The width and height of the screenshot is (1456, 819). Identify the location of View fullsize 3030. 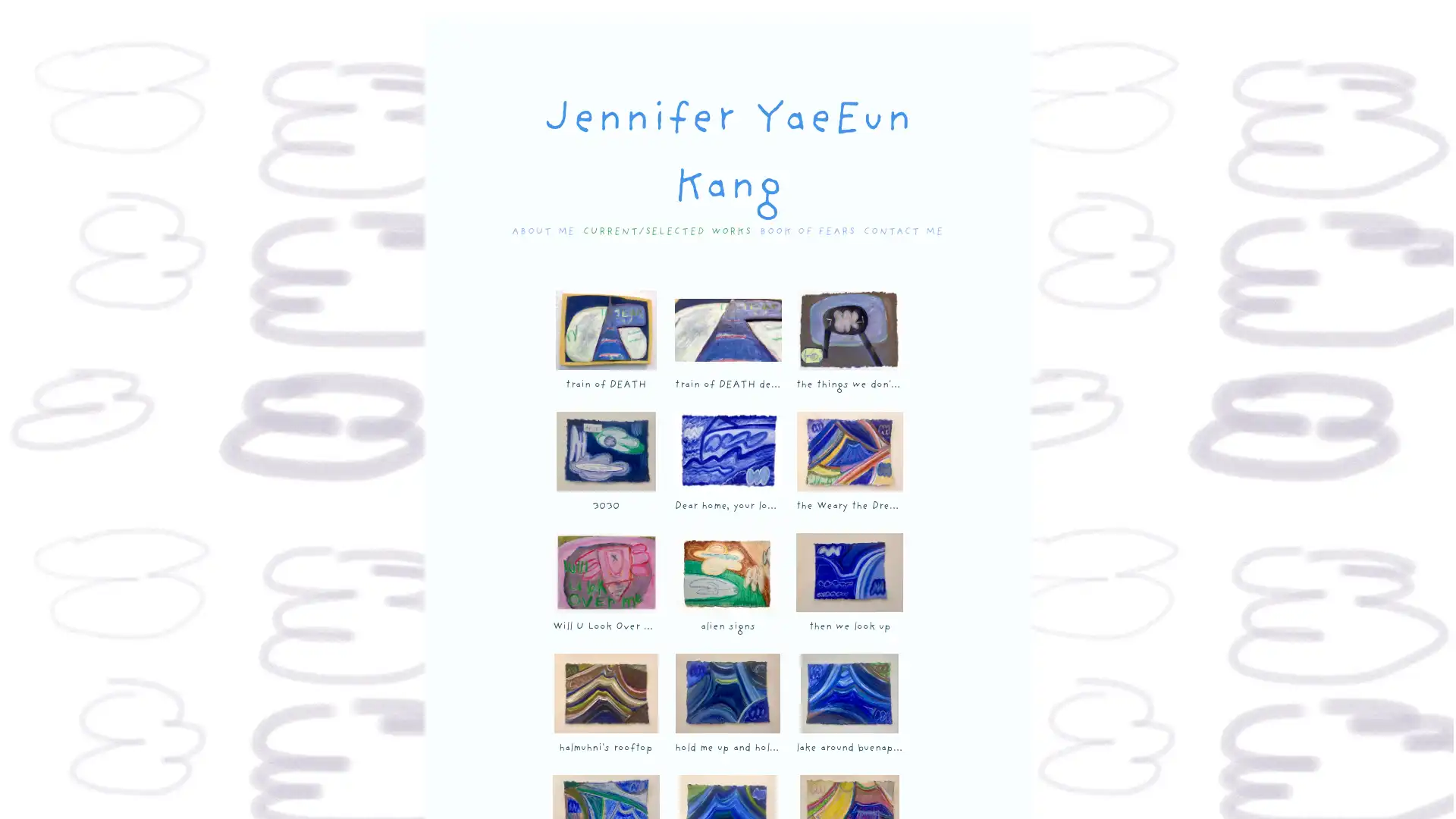
(604, 450).